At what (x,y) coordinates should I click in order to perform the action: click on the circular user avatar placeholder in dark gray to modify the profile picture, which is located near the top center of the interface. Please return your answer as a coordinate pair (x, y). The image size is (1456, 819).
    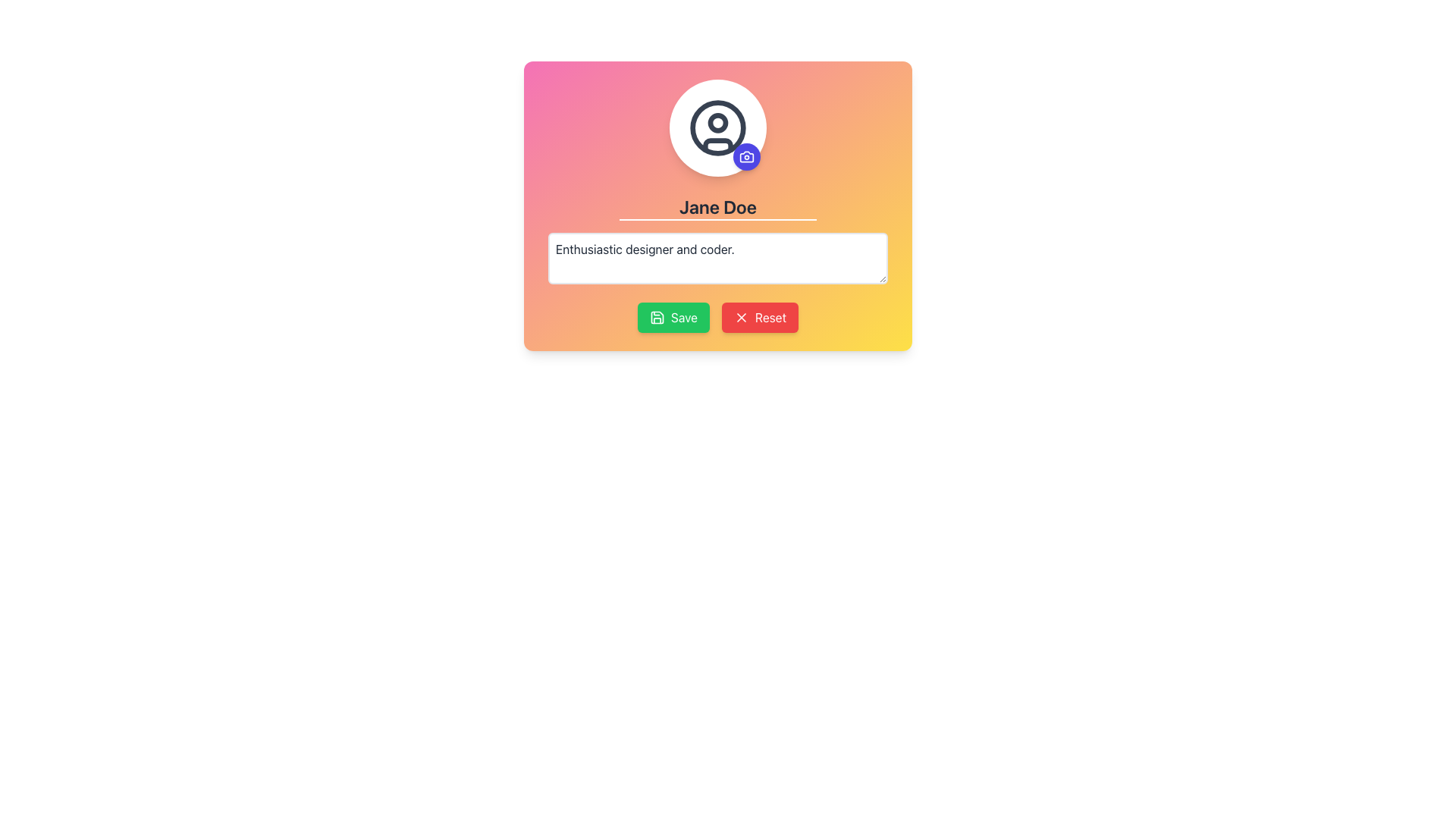
    Looking at the image, I should click on (717, 127).